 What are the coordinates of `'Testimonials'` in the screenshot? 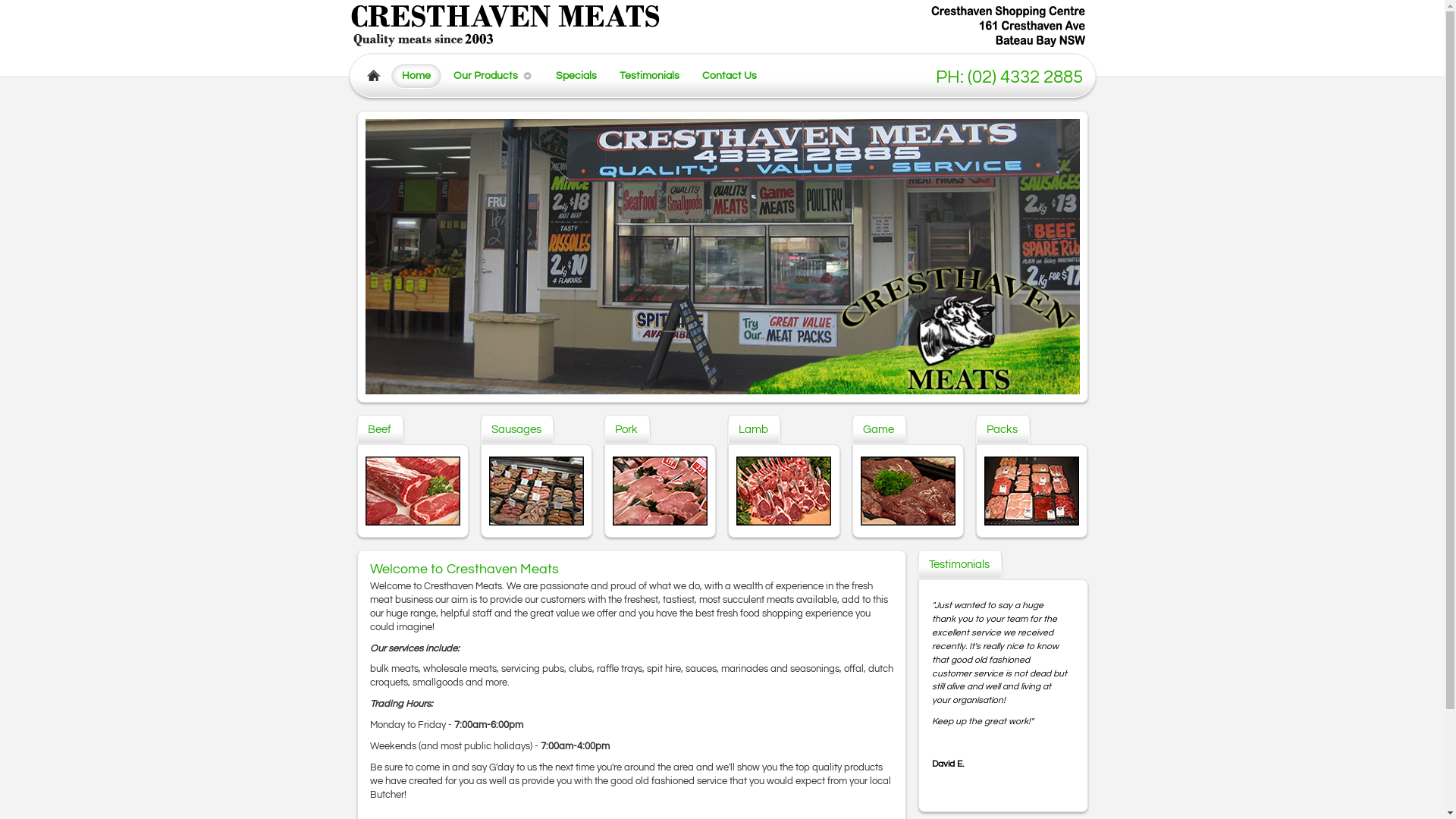 It's located at (648, 75).